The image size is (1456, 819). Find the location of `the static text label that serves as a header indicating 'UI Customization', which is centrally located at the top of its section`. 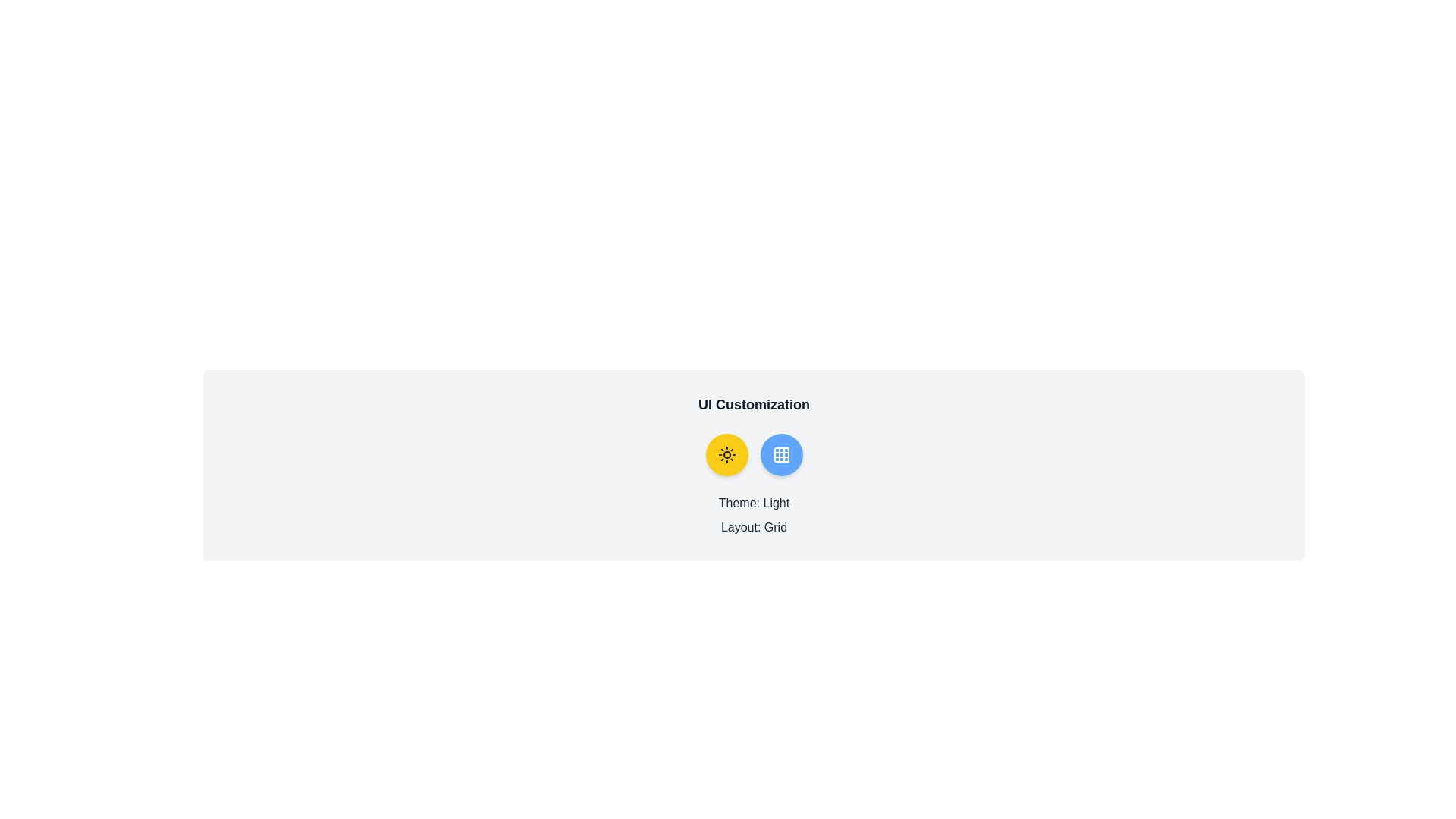

the static text label that serves as a header indicating 'UI Customization', which is centrally located at the top of its section is located at coordinates (754, 403).